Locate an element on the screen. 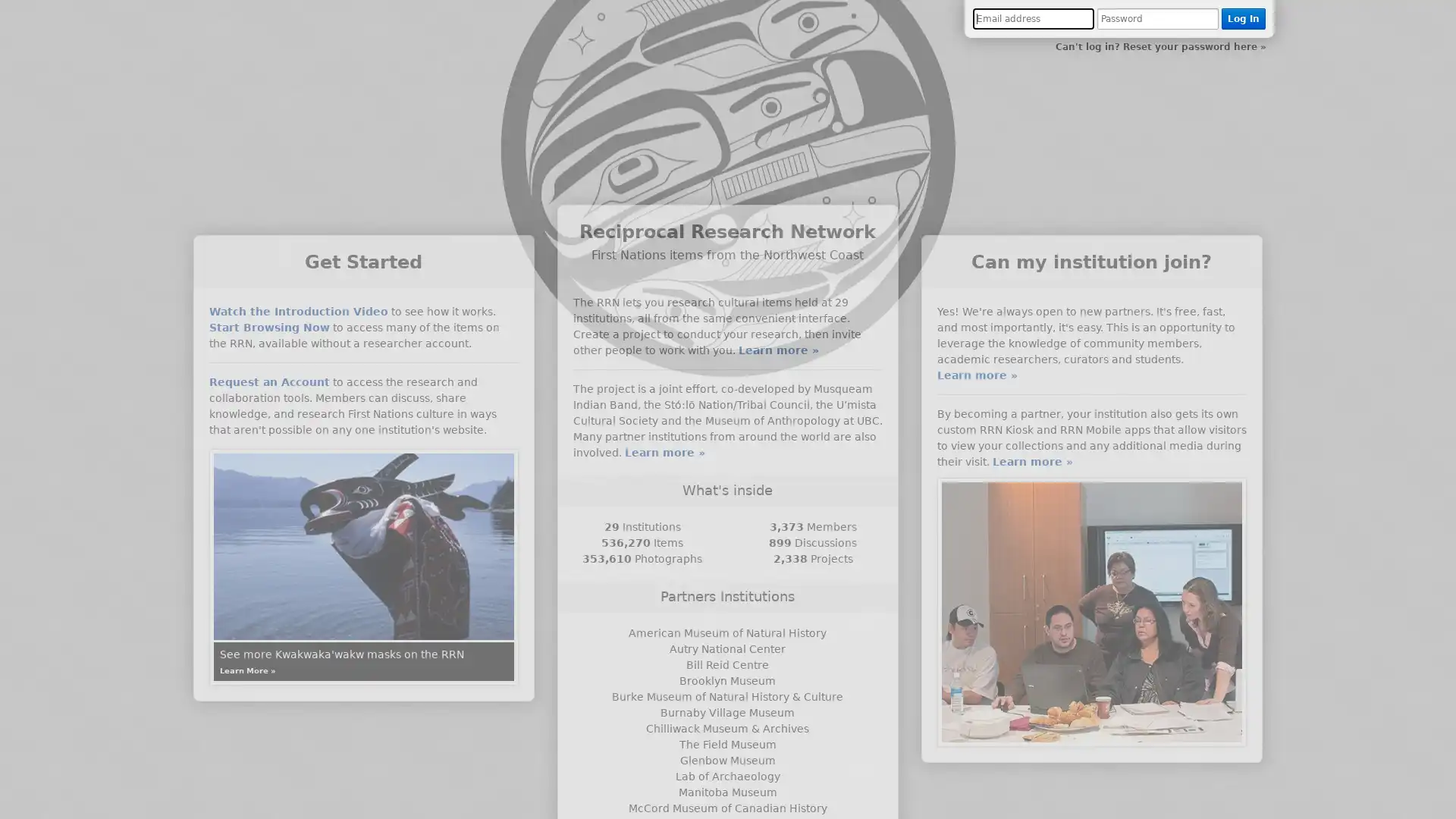  Log In is located at coordinates (1244, 18).